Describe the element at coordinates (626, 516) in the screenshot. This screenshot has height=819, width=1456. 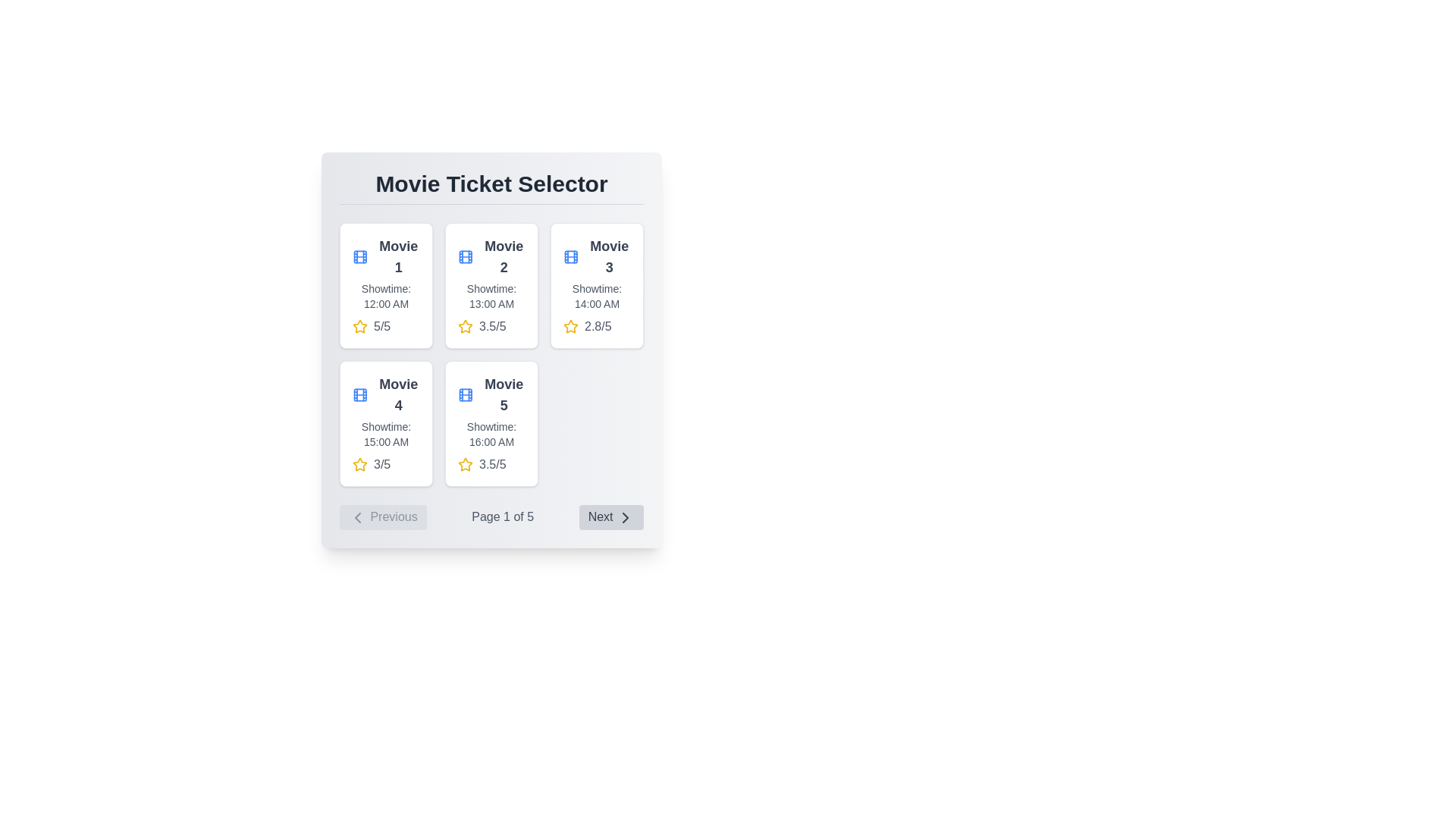
I see `the right-pointing chevron icon within the 'Next' navigation button located in the bottom-right area of the visible main panel` at that location.